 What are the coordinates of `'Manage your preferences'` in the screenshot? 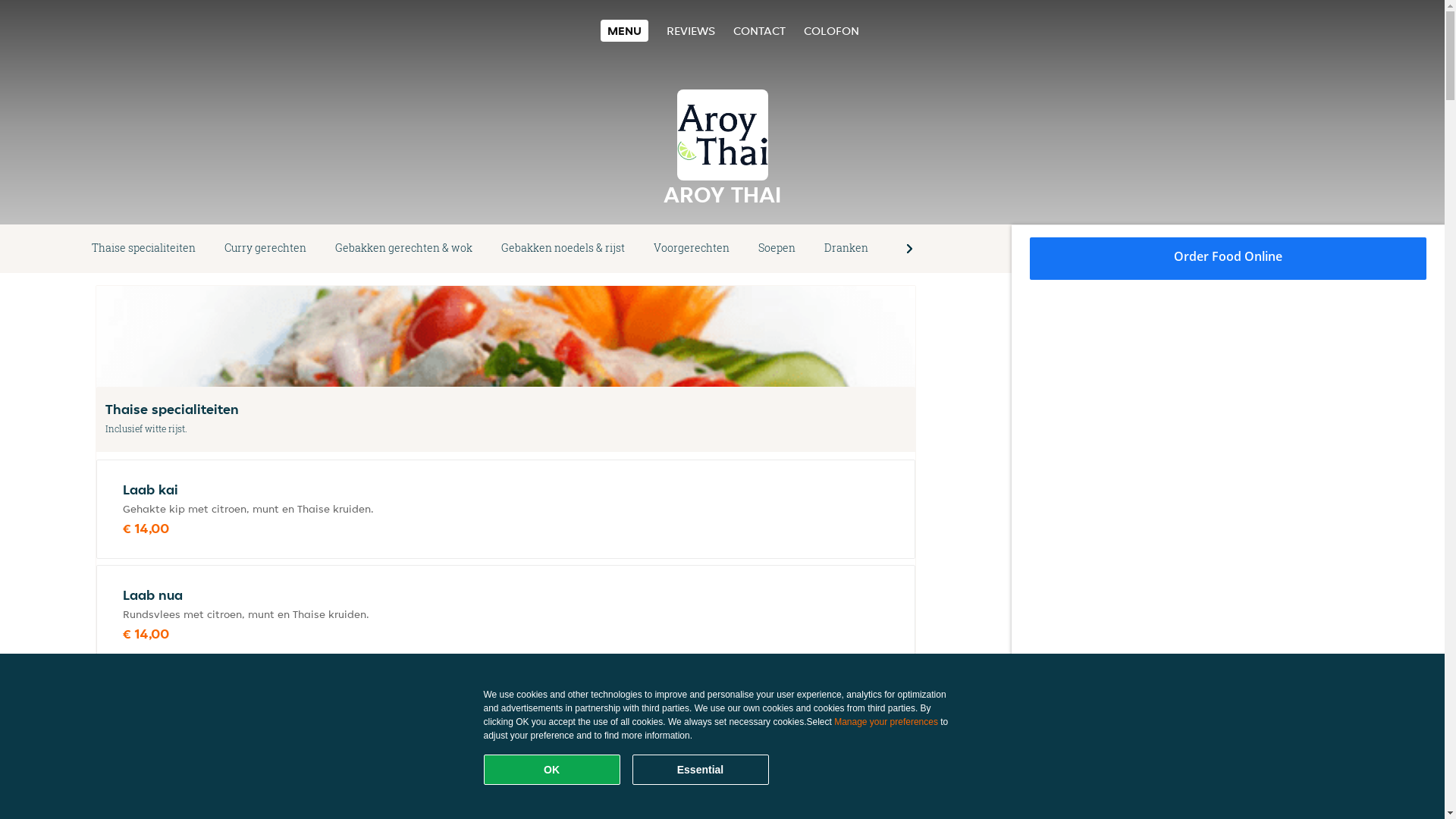 It's located at (886, 721).